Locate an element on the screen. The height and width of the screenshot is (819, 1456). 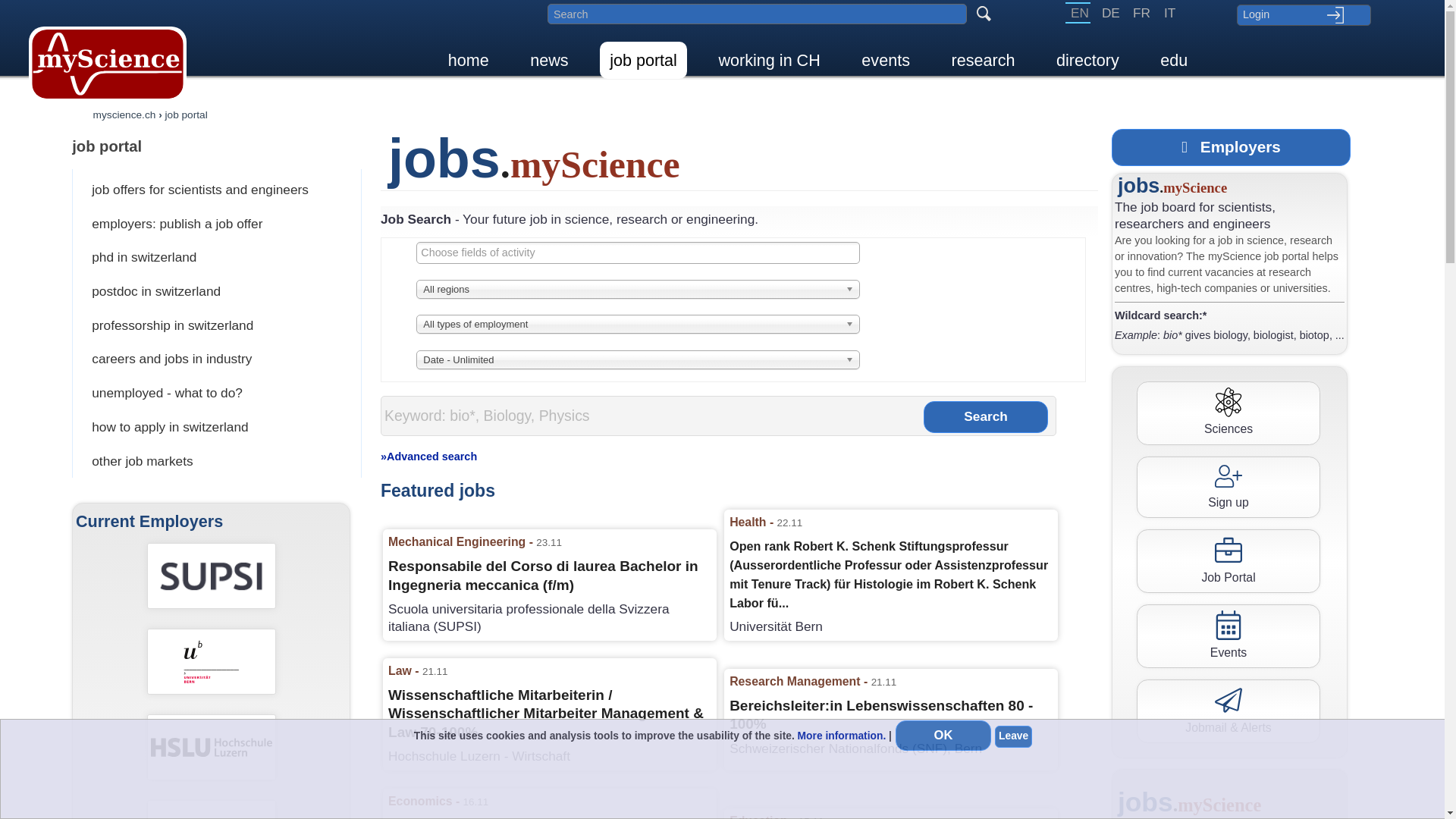
'FR' is located at coordinates (1139, 12).